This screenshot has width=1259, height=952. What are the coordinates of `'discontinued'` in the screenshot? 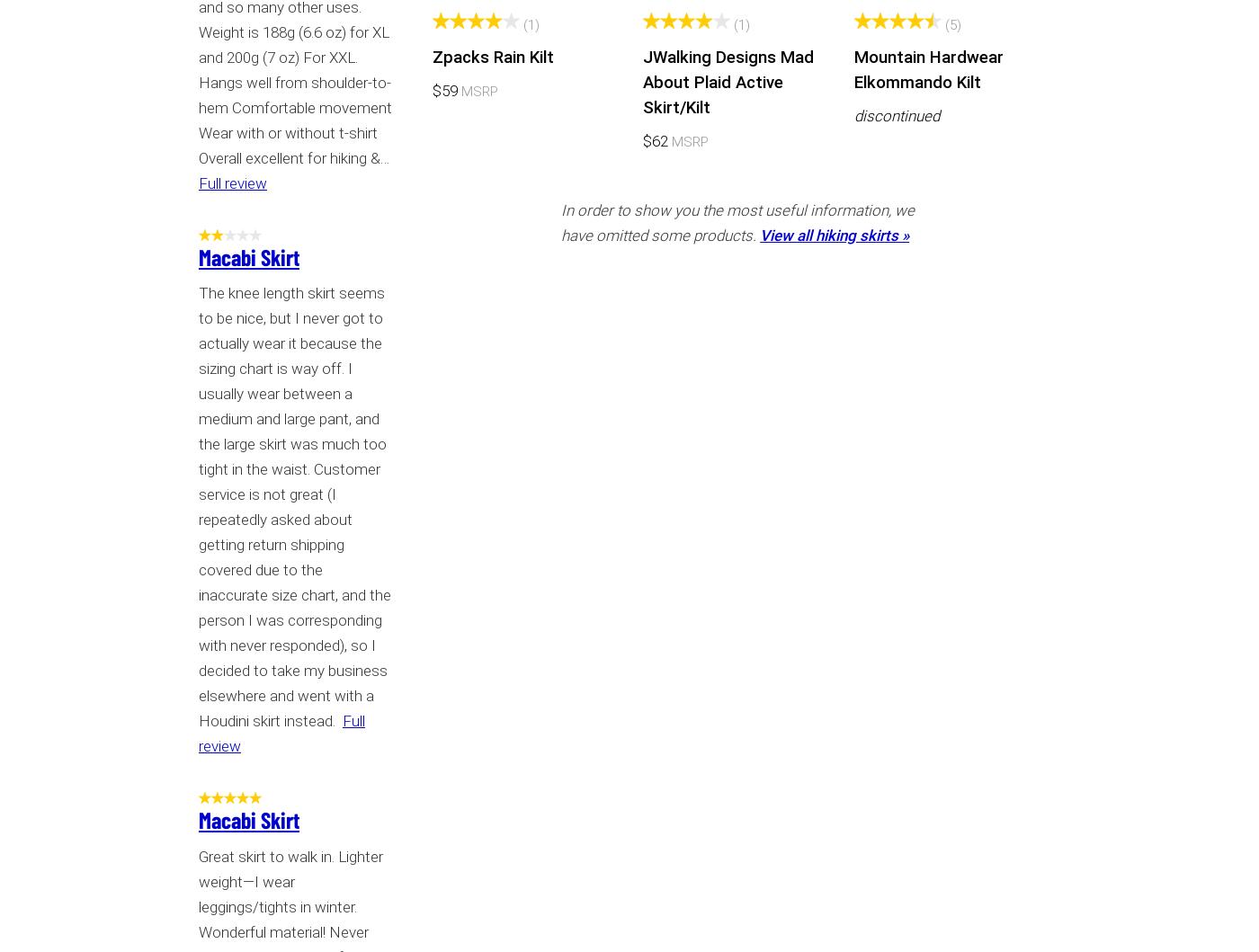 It's located at (897, 114).